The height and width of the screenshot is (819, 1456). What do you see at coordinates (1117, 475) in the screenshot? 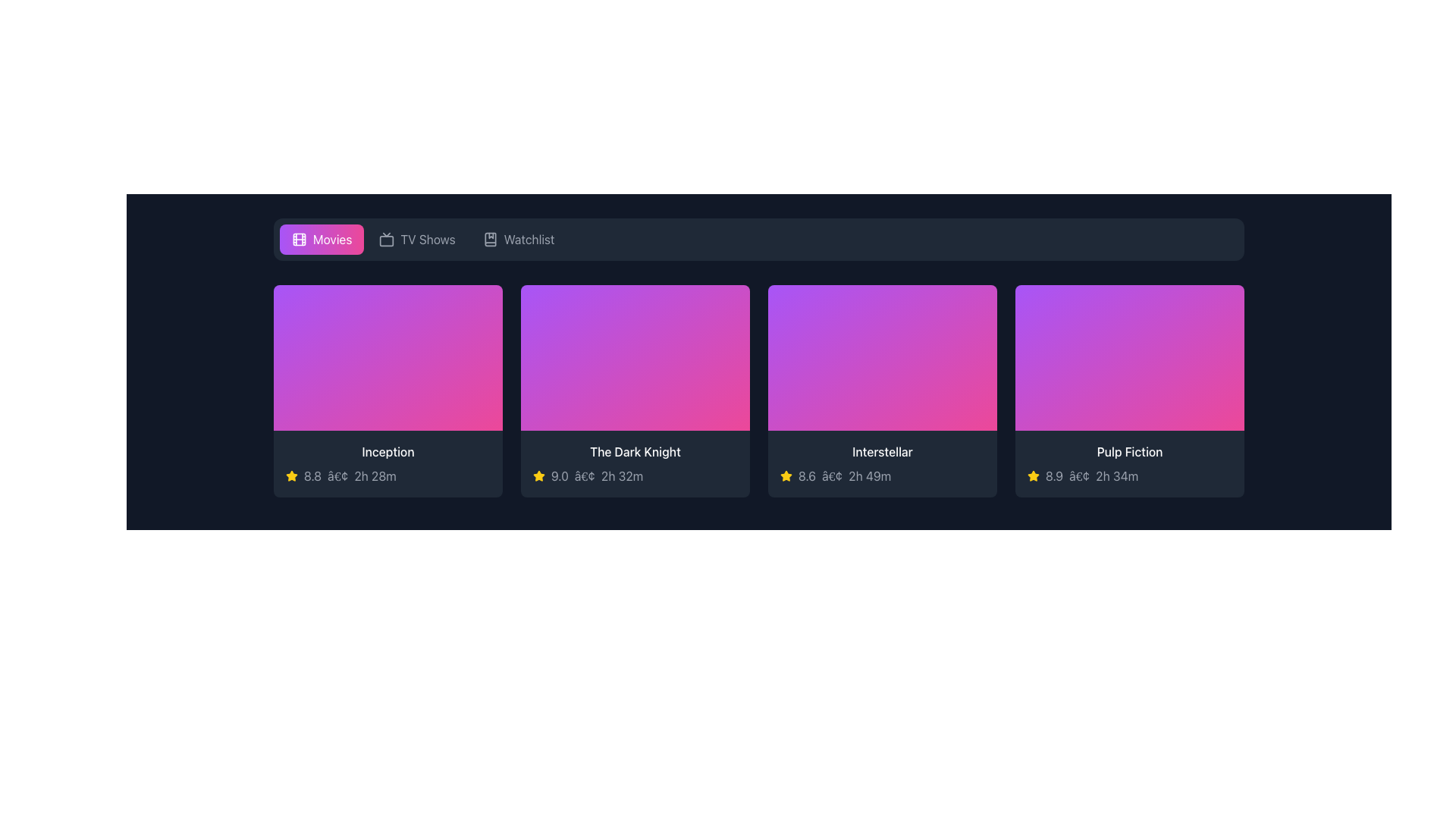
I see `the static text label displaying '2h 34m' at the bottom of the movie card for 'Pulp Fiction'` at bounding box center [1117, 475].